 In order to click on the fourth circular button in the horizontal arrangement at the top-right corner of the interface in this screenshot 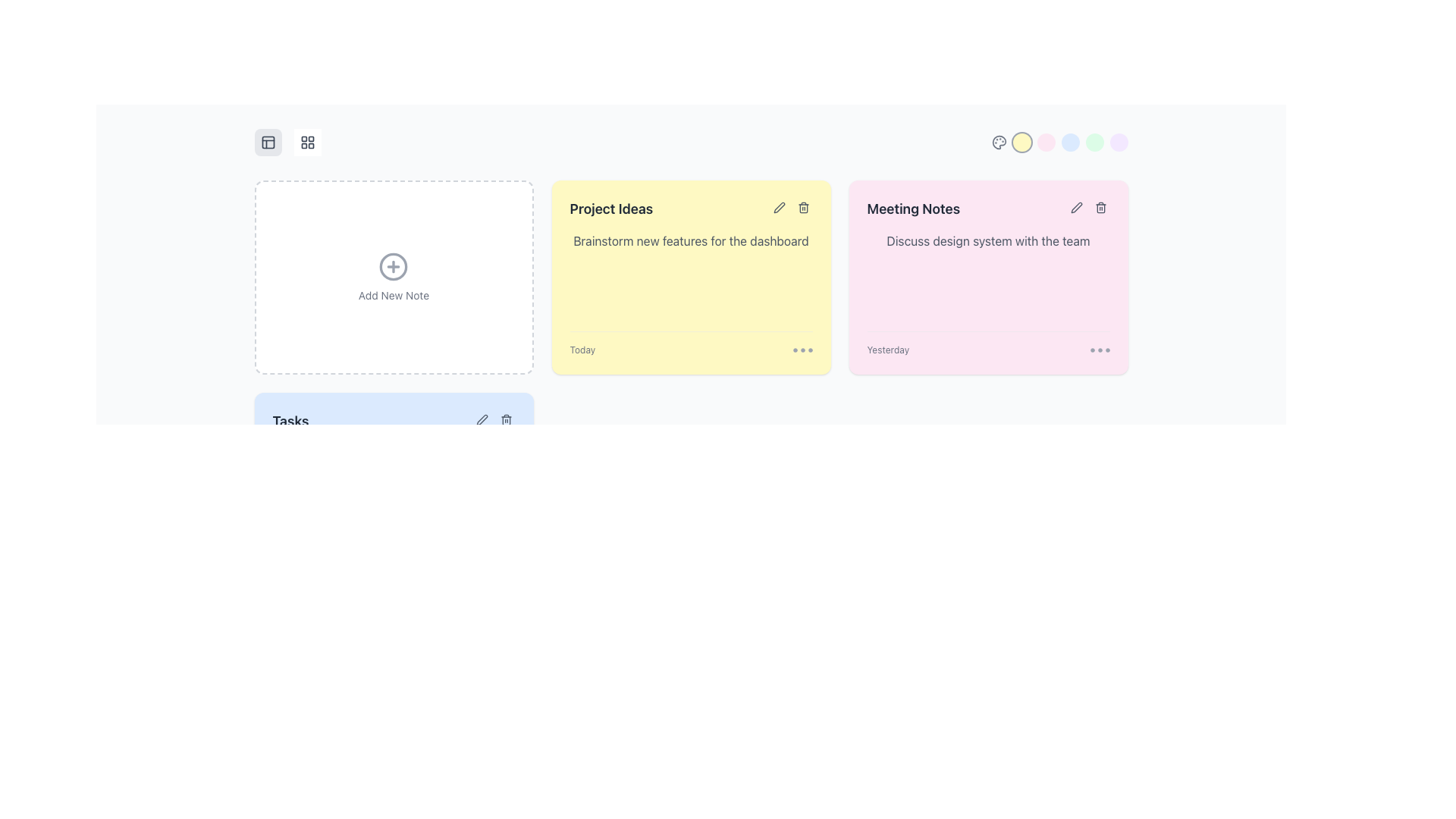, I will do `click(1069, 143)`.